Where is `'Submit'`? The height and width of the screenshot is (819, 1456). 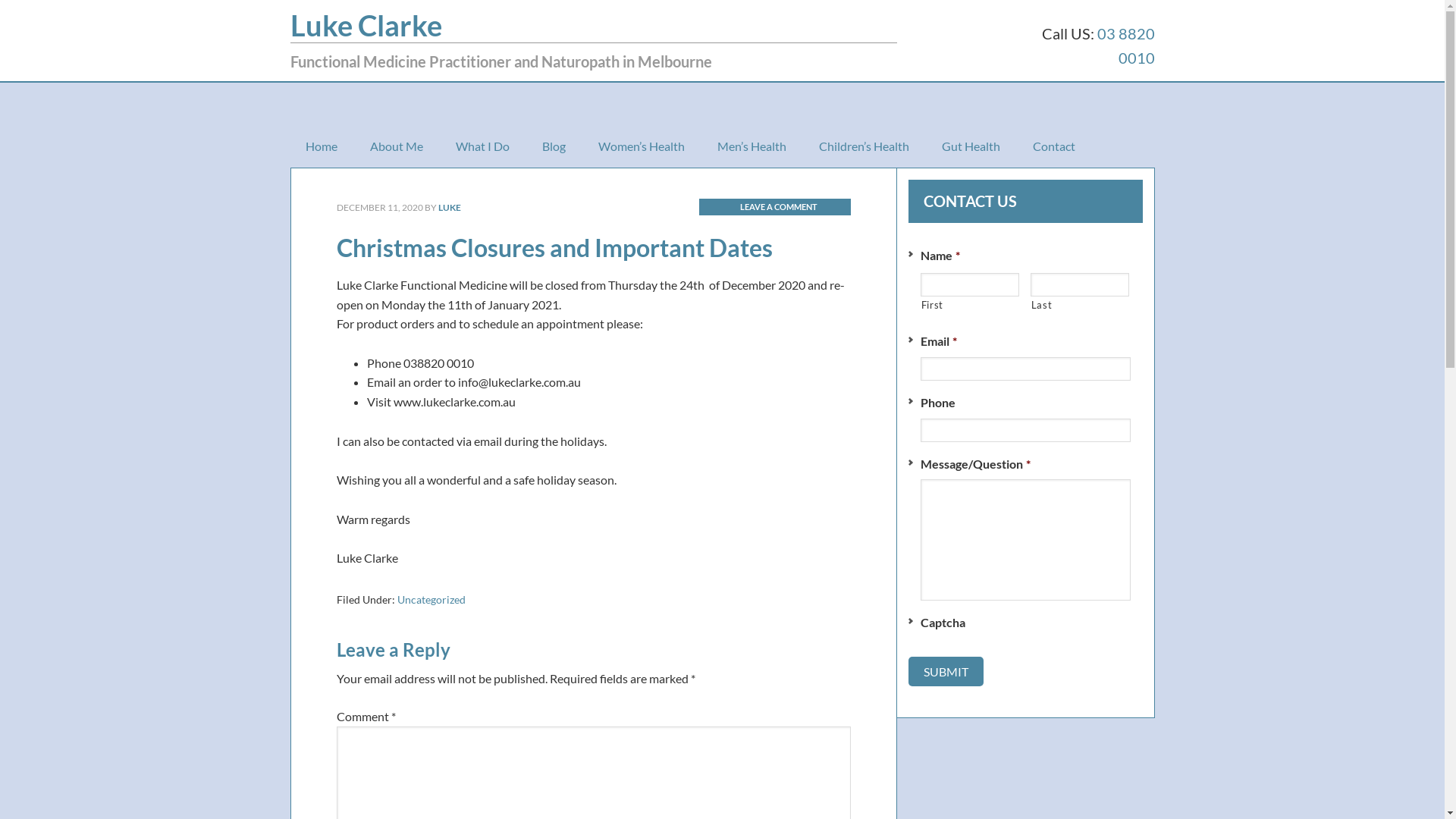
'Submit' is located at coordinates (945, 670).